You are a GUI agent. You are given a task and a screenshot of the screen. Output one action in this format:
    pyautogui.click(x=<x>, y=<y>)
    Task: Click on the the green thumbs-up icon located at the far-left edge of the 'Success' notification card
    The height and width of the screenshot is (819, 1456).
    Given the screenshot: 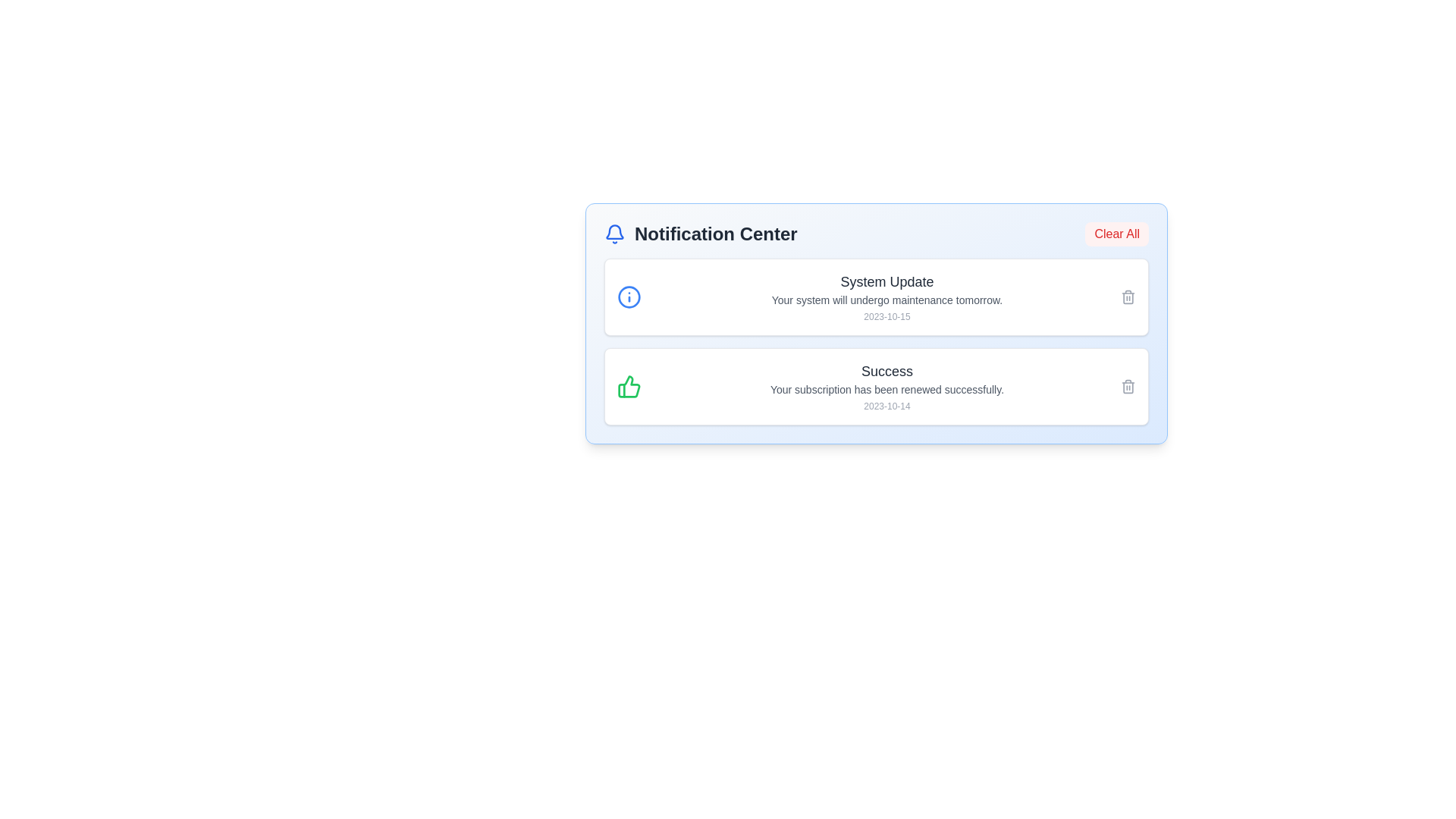 What is the action you would take?
    pyautogui.click(x=629, y=385)
    